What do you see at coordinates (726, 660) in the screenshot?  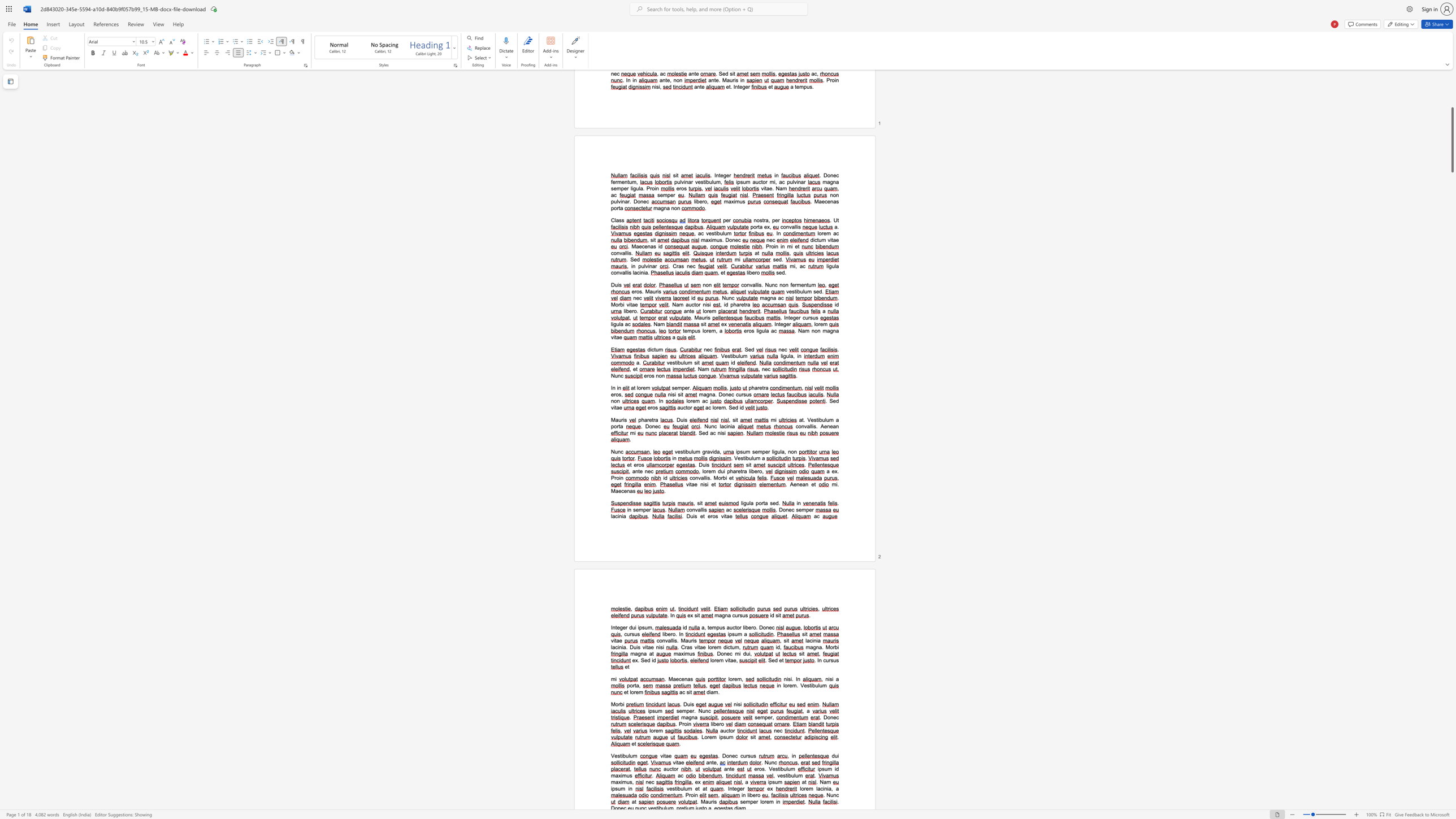 I see `the 1th character "v" in the text` at bounding box center [726, 660].